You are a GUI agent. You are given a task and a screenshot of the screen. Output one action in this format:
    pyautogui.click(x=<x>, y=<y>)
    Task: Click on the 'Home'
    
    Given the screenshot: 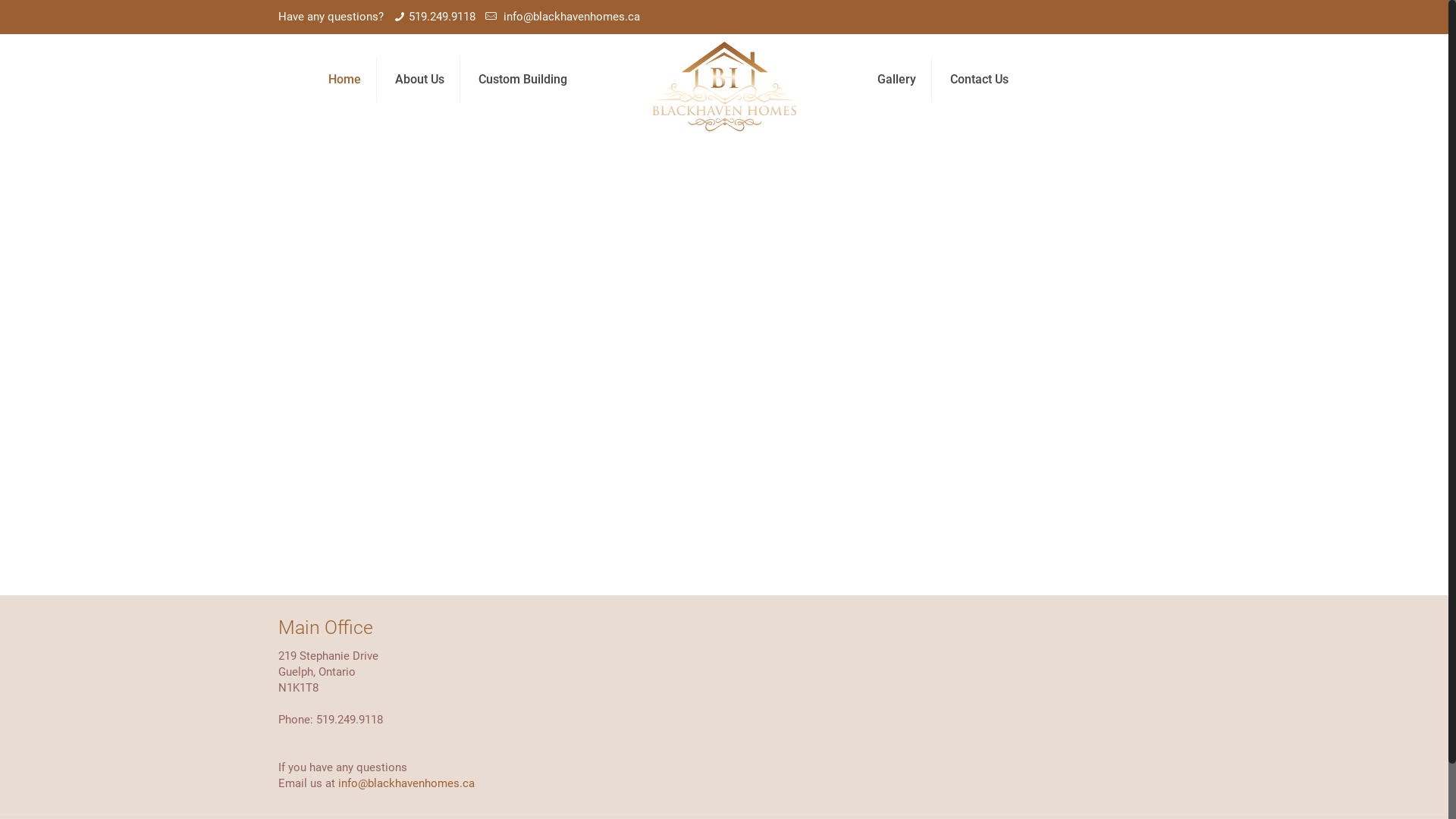 What is the action you would take?
    pyautogui.click(x=344, y=79)
    